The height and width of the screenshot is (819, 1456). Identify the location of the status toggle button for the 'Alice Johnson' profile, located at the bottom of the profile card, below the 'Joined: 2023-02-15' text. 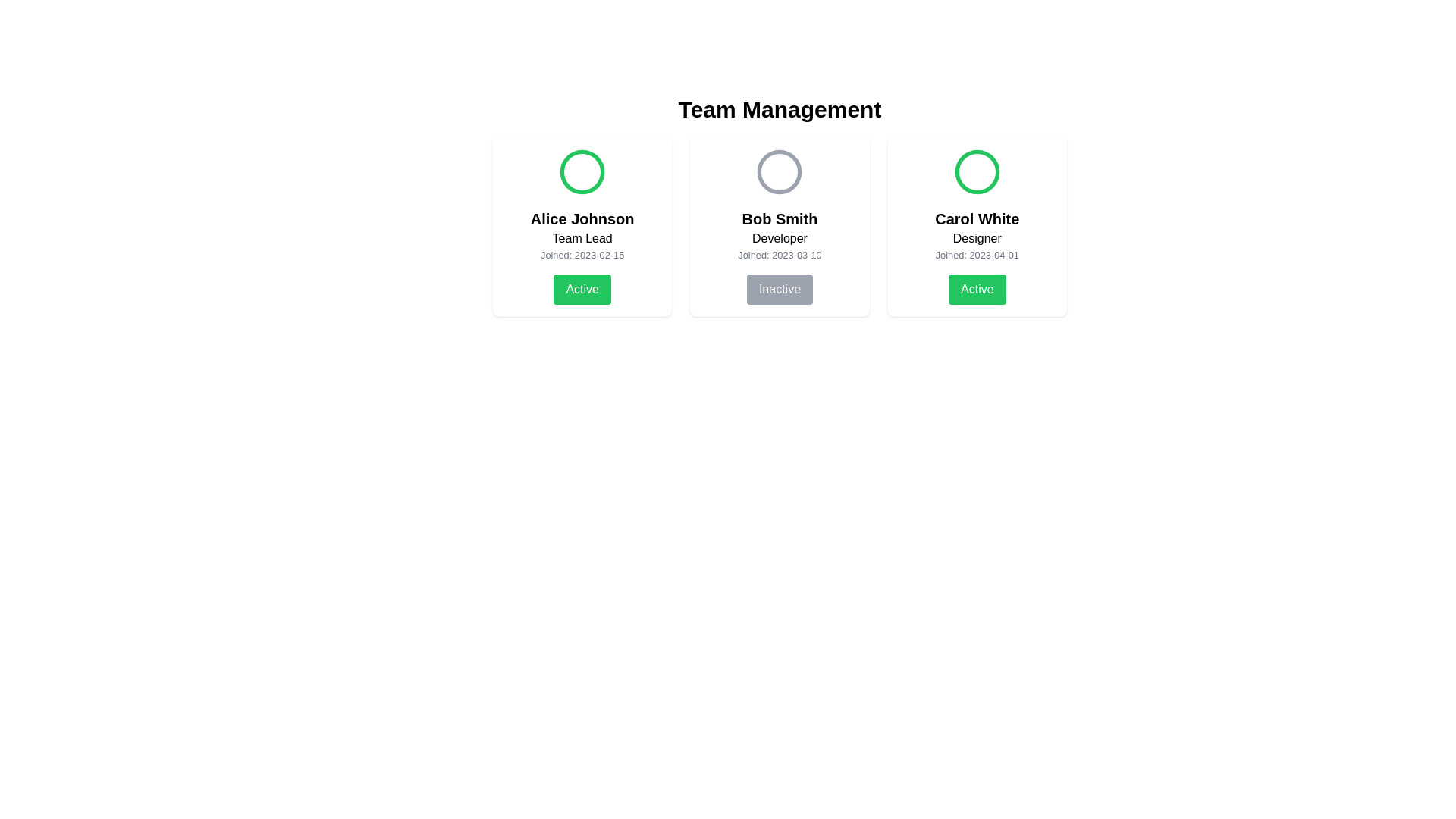
(582, 290).